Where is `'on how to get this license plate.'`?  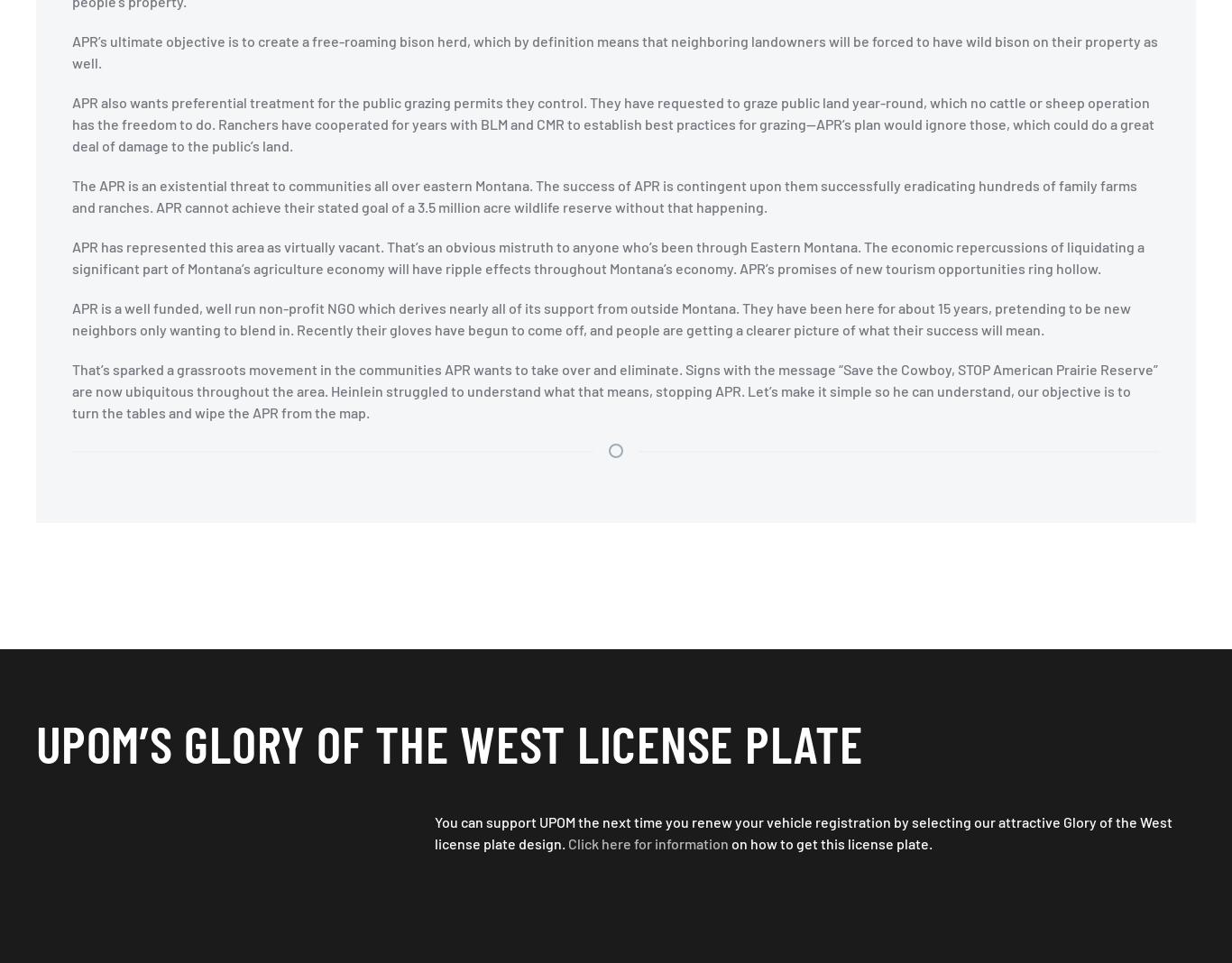 'on how to get this license plate.' is located at coordinates (830, 841).